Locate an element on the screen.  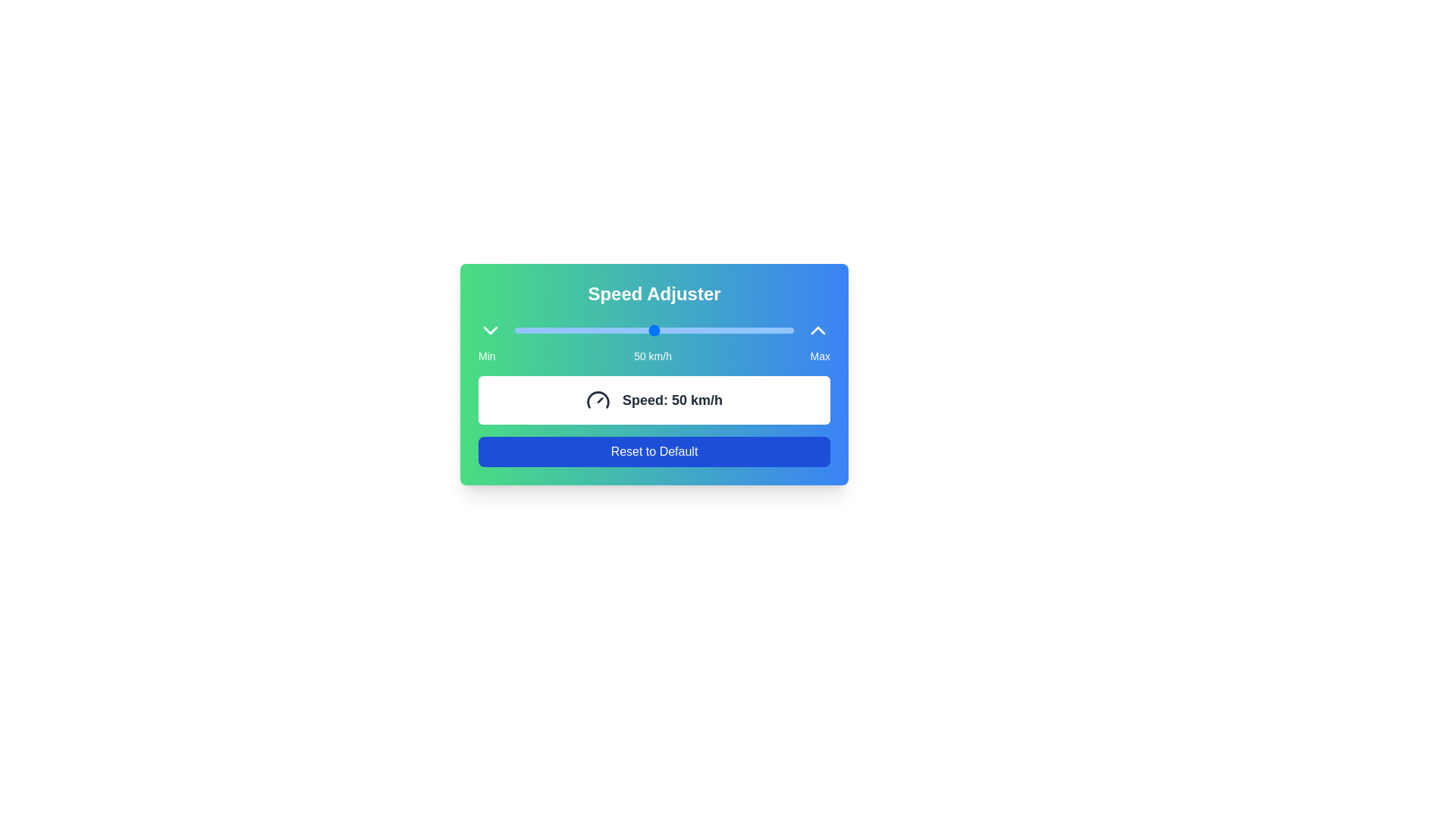
the slider position is located at coordinates (540, 329).